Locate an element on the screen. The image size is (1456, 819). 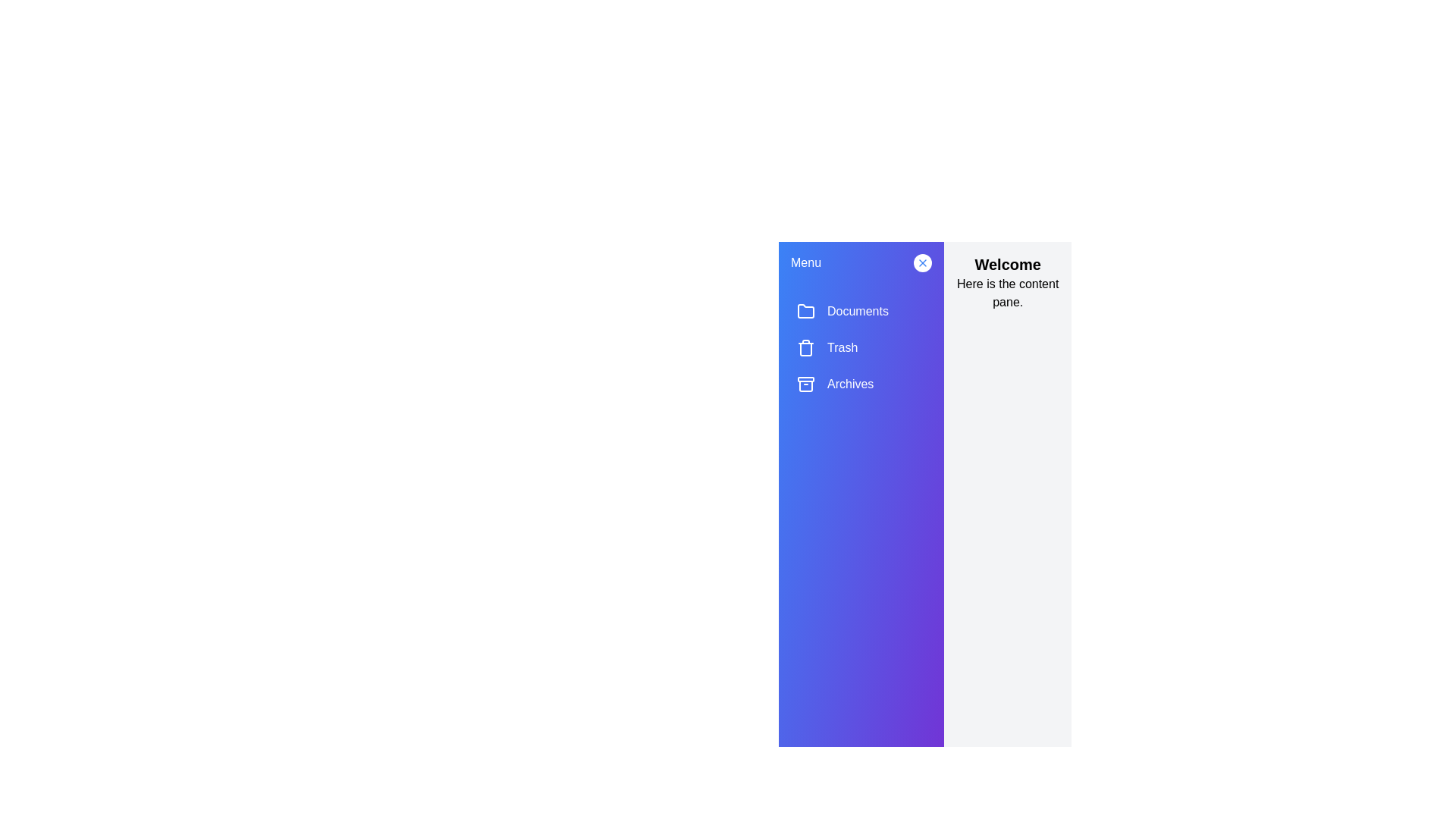
the toggle button to toggle the drawer open or closed is located at coordinates (922, 262).